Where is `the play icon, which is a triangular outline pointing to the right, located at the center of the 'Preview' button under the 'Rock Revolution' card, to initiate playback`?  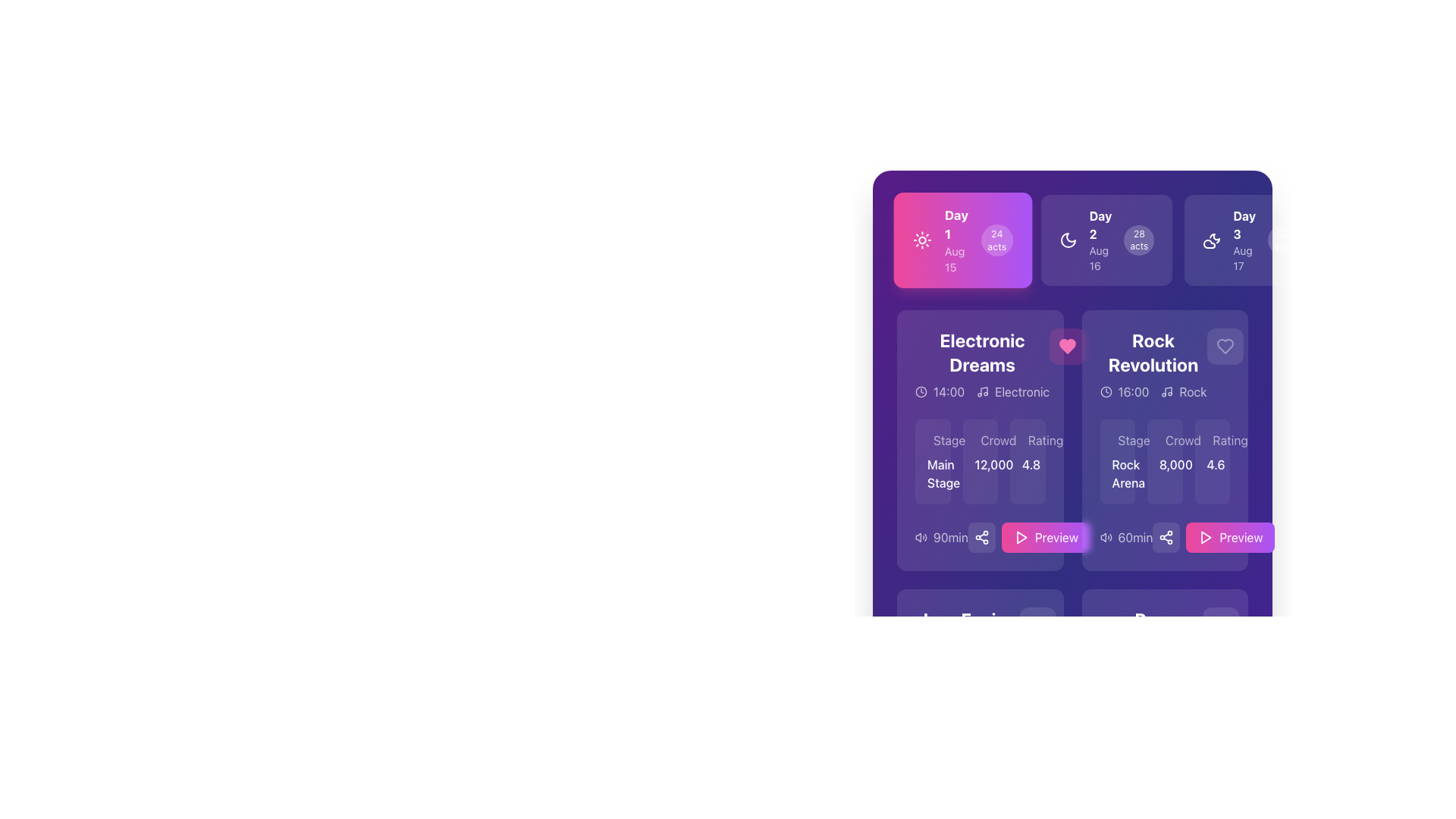 the play icon, which is a triangular outline pointing to the right, located at the center of the 'Preview' button under the 'Rock Revolution' card, to initiate playback is located at coordinates (1205, 537).